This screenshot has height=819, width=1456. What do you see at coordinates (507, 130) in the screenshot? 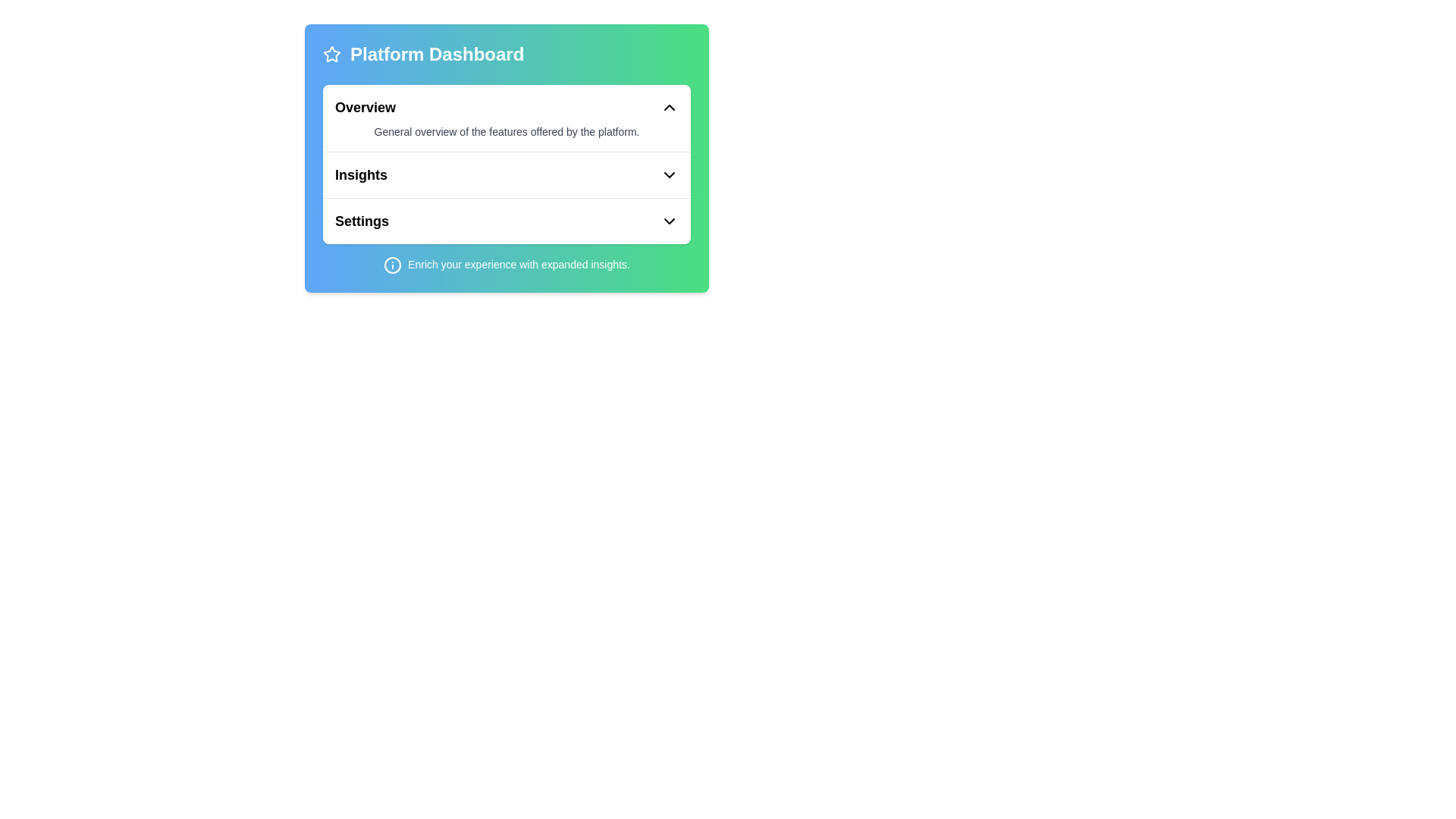
I see `the text label reading 'General overview of the features offered by the platform.', which is styled in a smaller gray font and positioned directly below the 'Overview' header` at bounding box center [507, 130].